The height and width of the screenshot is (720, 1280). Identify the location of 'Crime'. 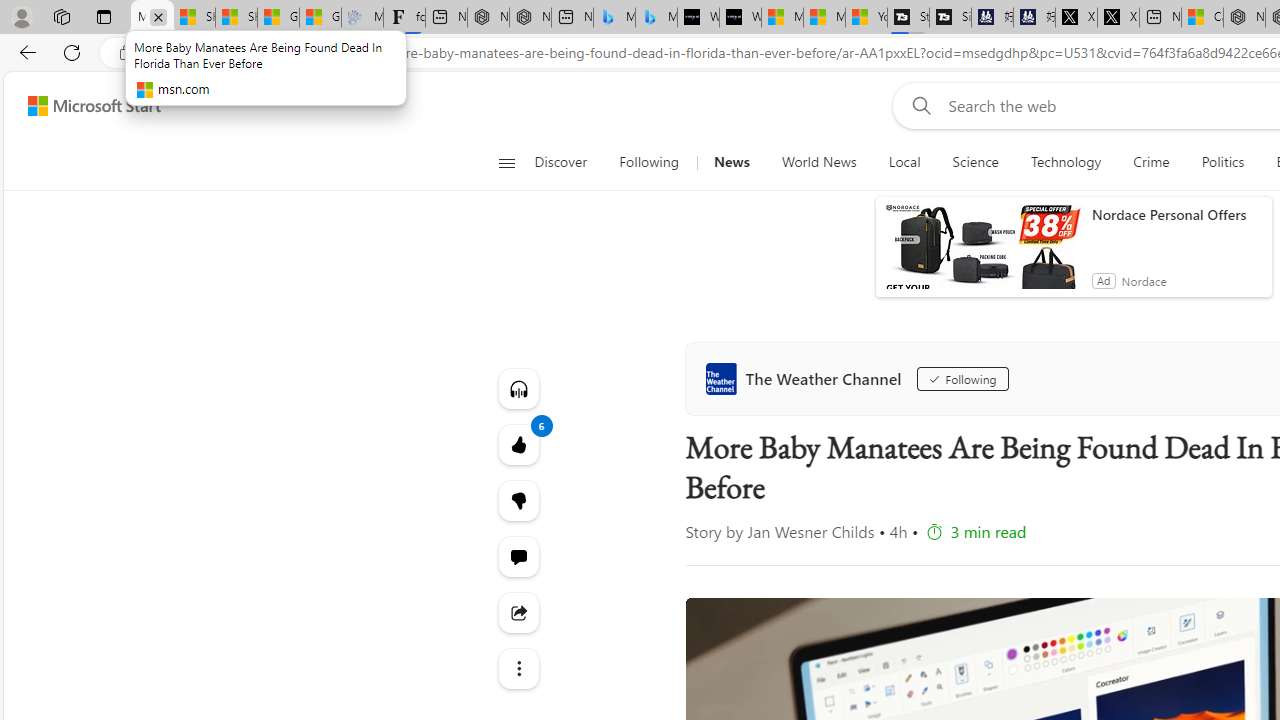
(1151, 162).